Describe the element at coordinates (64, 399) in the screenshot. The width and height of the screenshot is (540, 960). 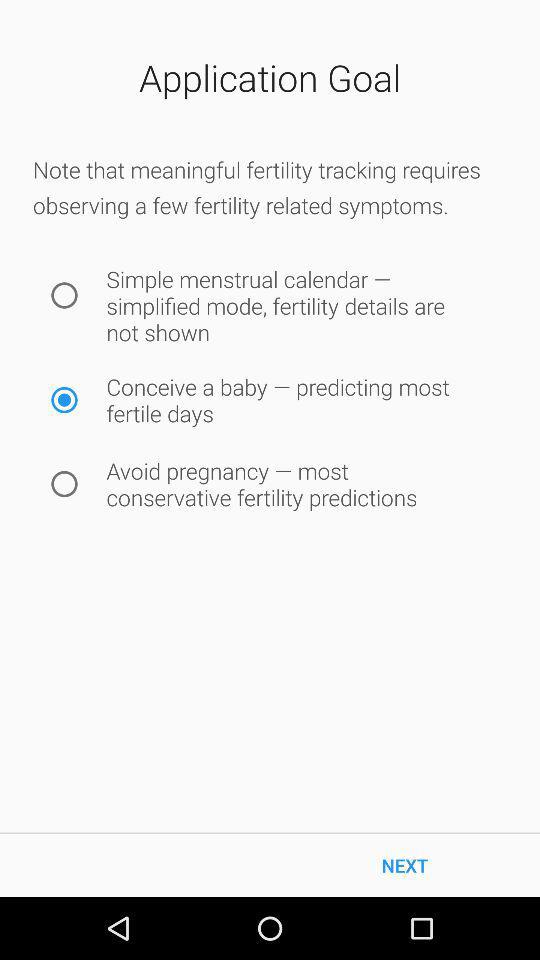
I see `choose fertility goal` at that location.